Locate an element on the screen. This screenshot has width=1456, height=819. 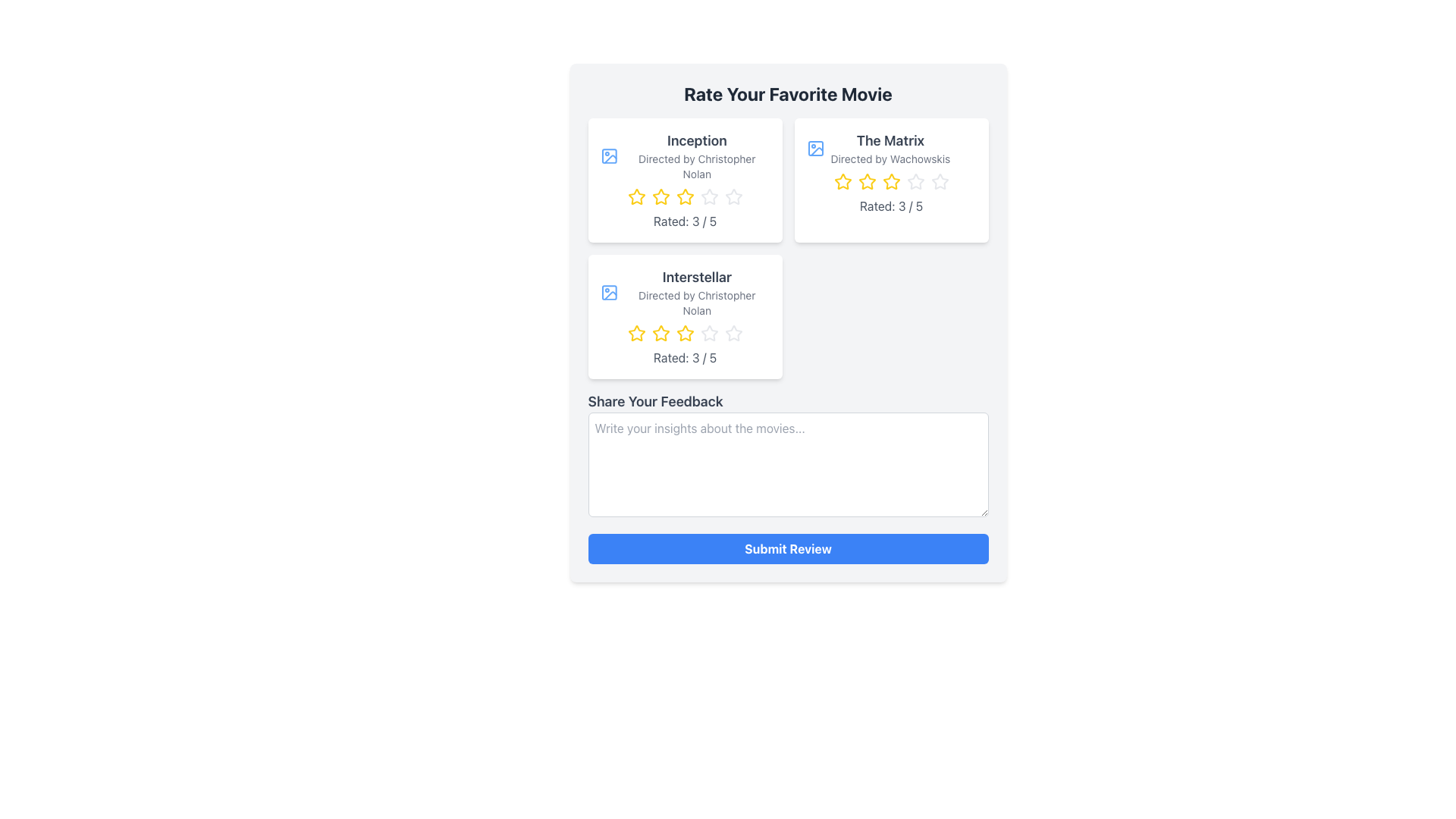
the submit button located at the bottom of the central layout is located at coordinates (788, 549).